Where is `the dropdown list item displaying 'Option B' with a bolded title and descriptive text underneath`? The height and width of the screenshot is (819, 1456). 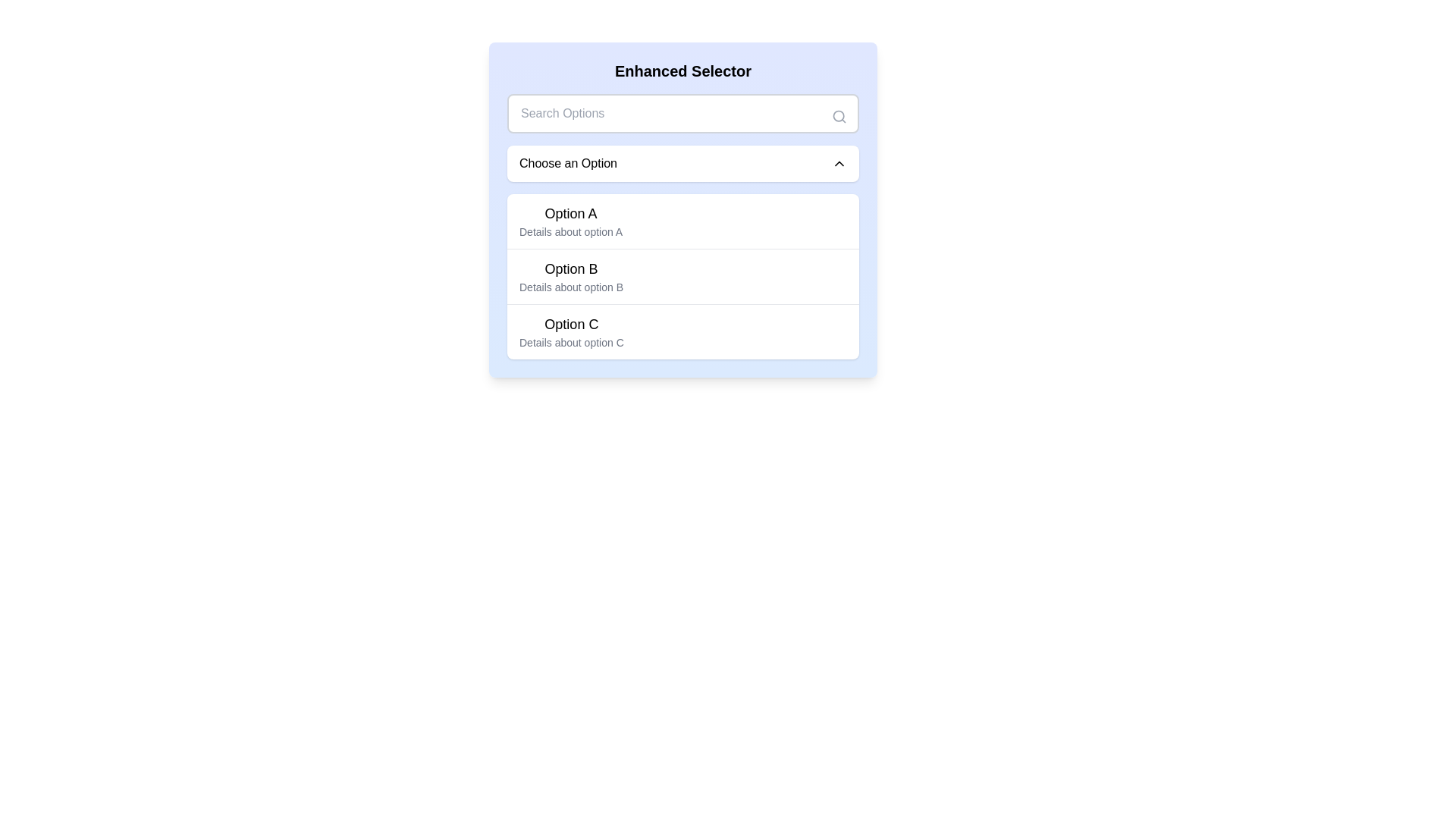 the dropdown list item displaying 'Option B' with a bolded title and descriptive text underneath is located at coordinates (570, 277).